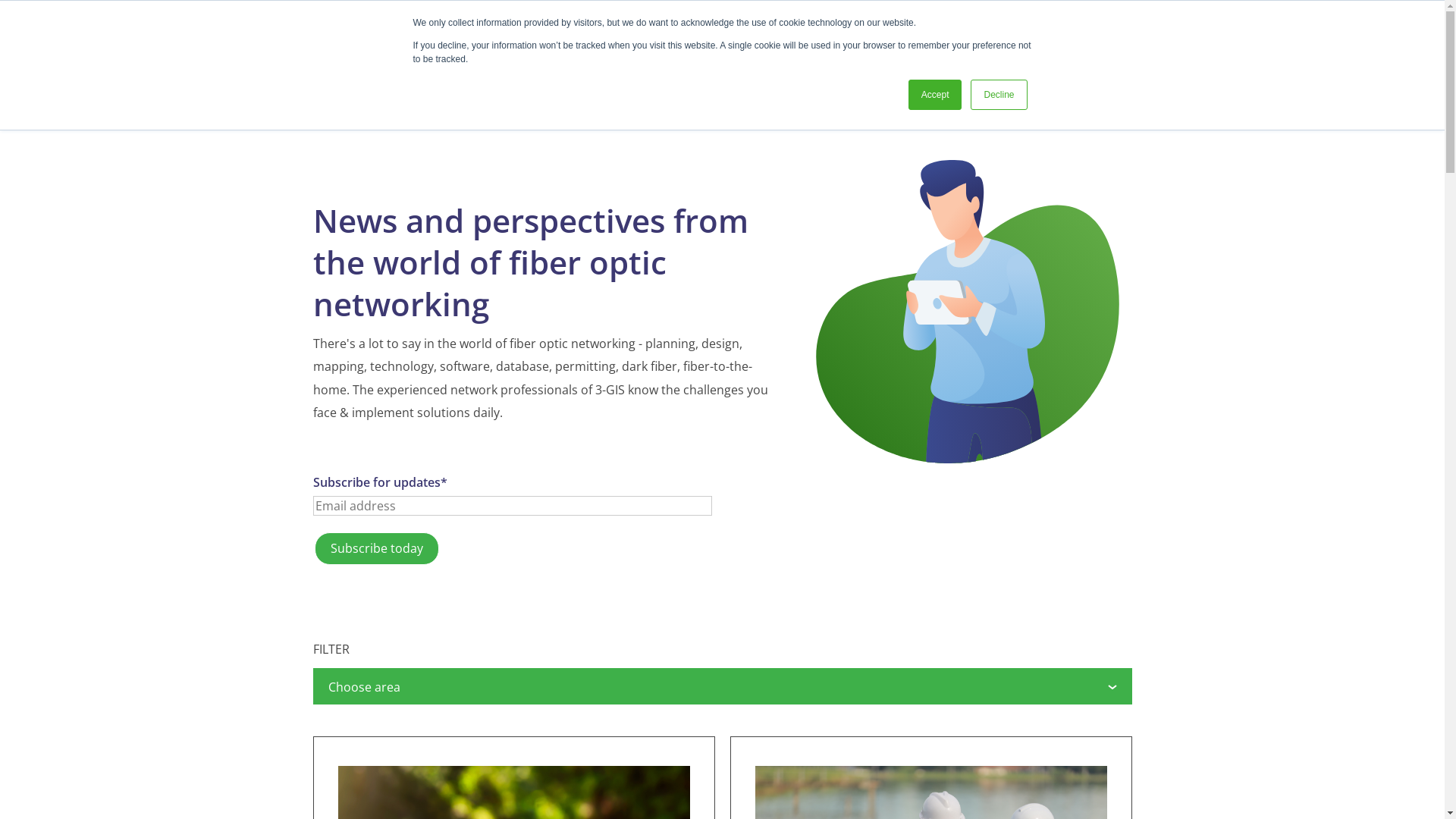 The width and height of the screenshot is (1456, 819). What do you see at coordinates (934, 94) in the screenshot?
I see `'Accept'` at bounding box center [934, 94].